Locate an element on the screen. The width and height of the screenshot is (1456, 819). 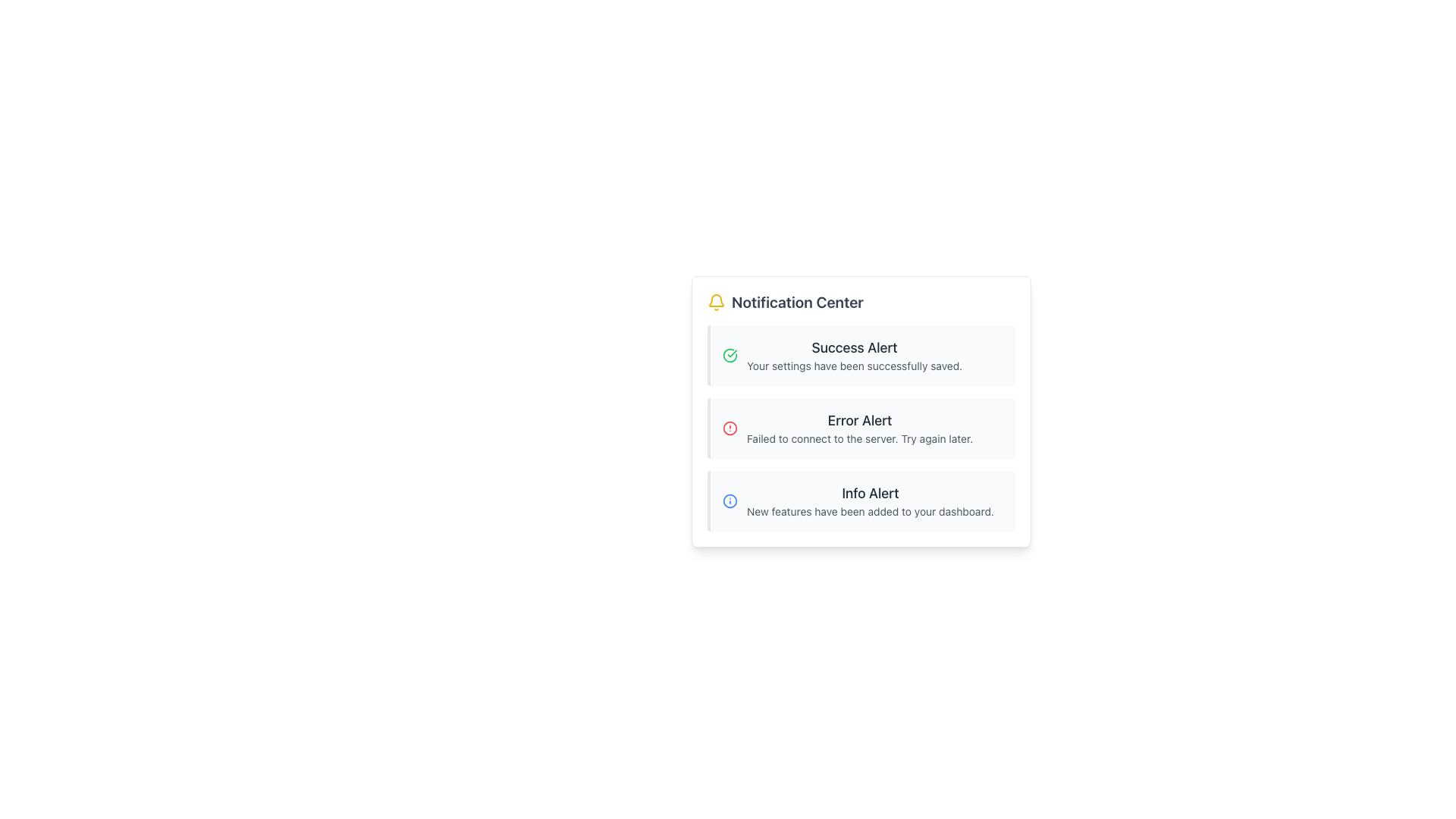
the text block that displays 'New features have been added to your dashboard.' located in the 'Info Alert' section beneath the heading 'Info Alert' is located at coordinates (870, 512).